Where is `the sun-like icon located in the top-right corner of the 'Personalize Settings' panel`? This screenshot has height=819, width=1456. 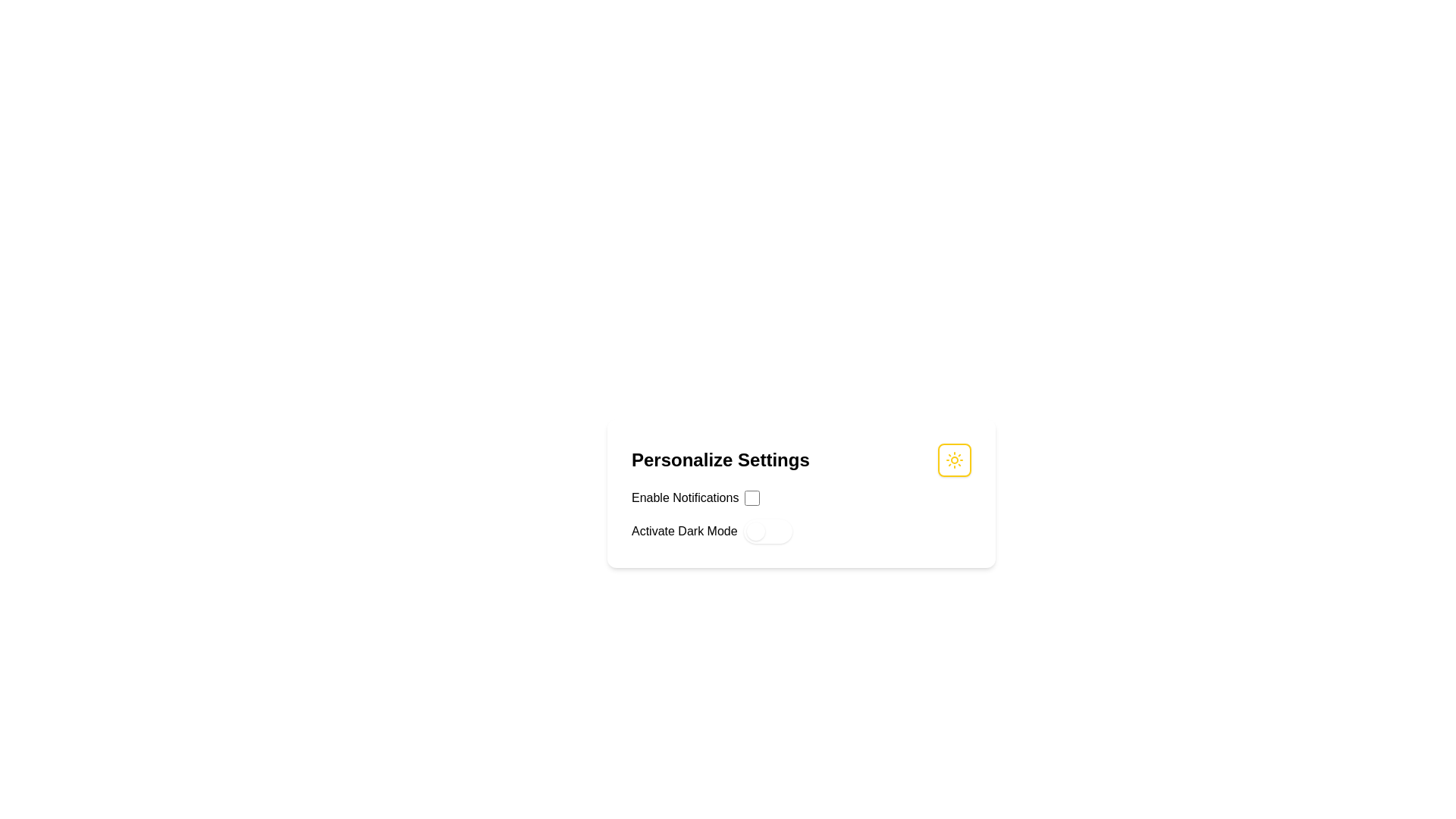
the sun-like icon located in the top-right corner of the 'Personalize Settings' panel is located at coordinates (953, 459).